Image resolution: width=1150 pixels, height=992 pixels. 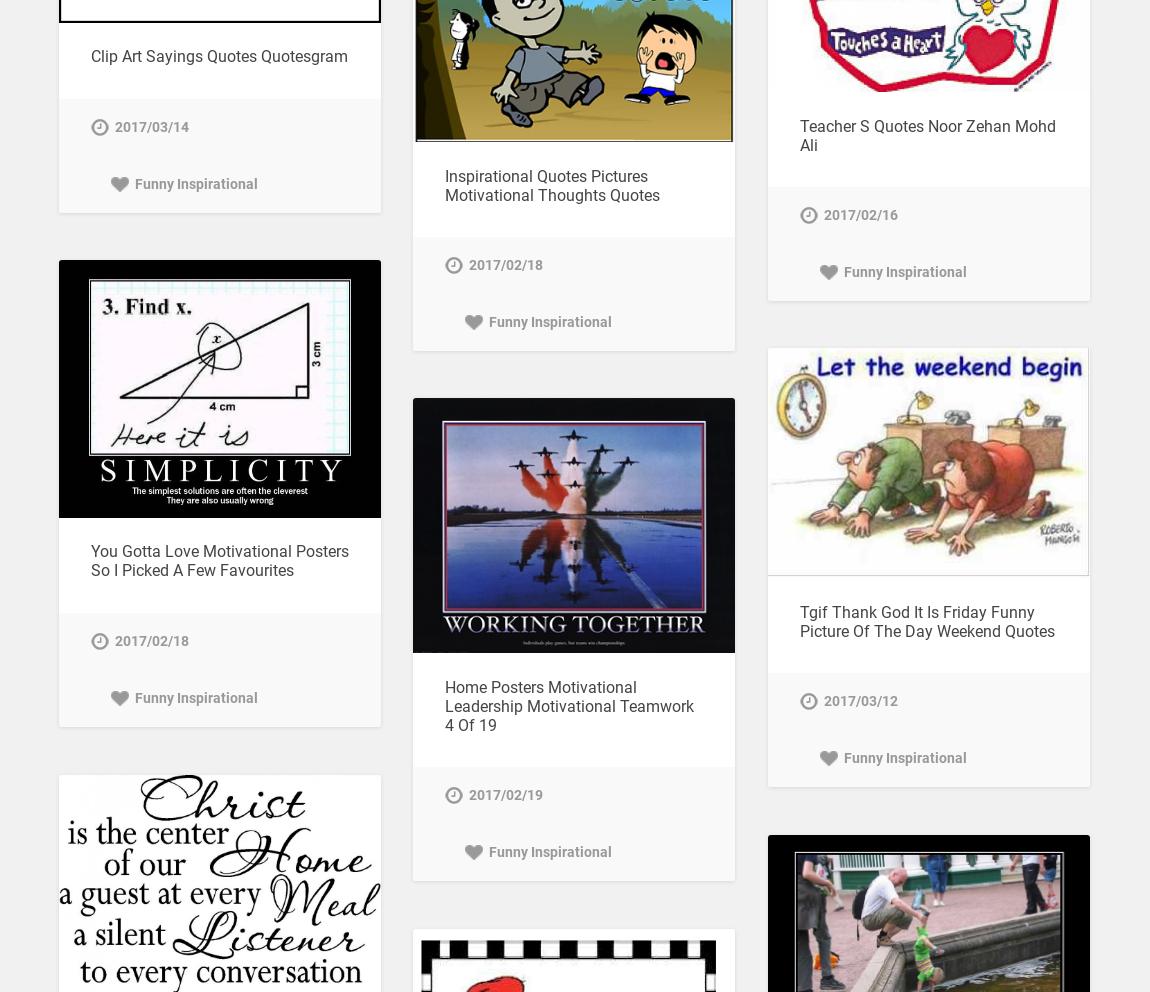 I want to click on '2017/02/19', so click(x=504, y=794).